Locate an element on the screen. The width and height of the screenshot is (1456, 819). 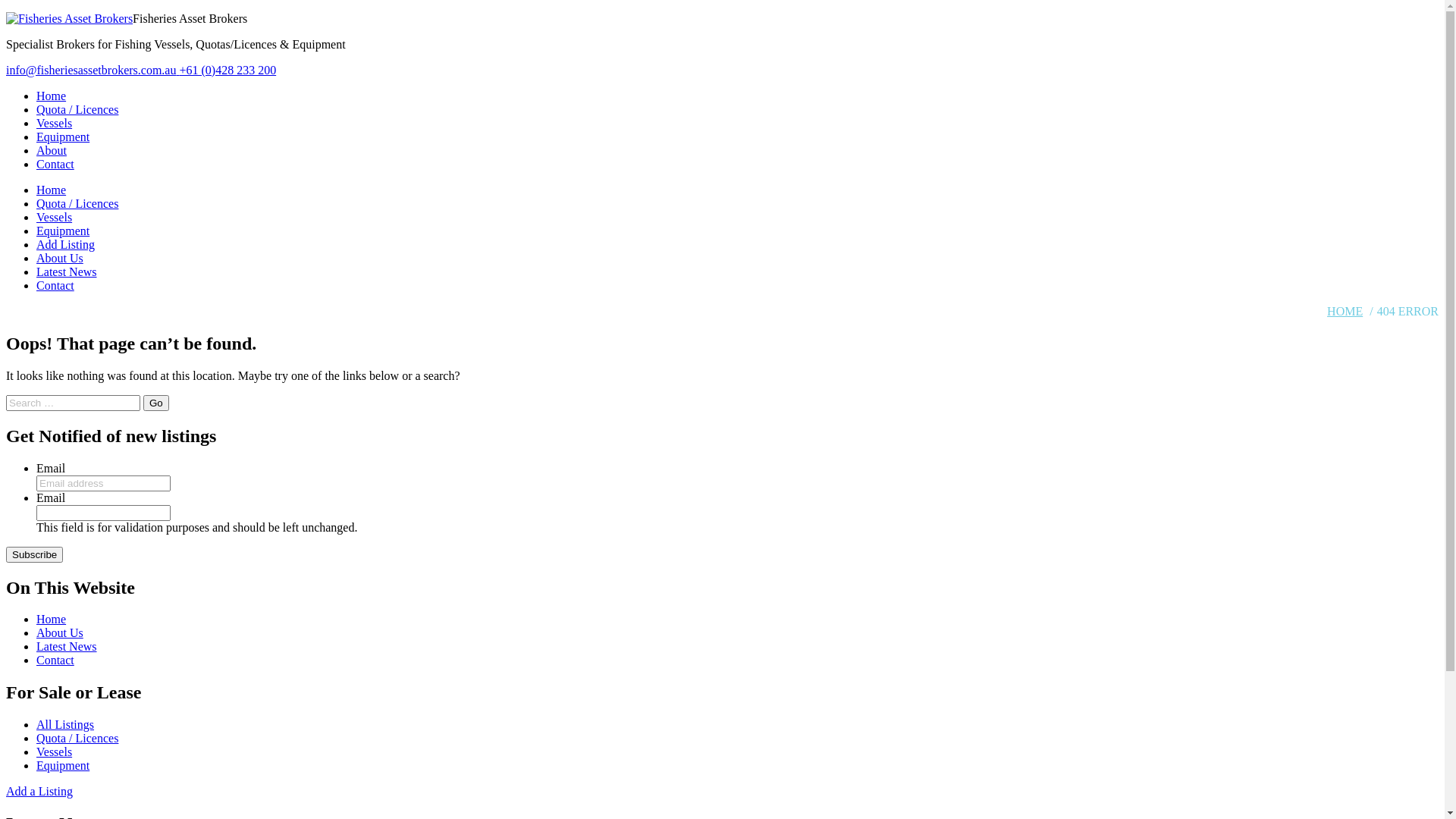
'Add a Listing' is located at coordinates (39, 790).